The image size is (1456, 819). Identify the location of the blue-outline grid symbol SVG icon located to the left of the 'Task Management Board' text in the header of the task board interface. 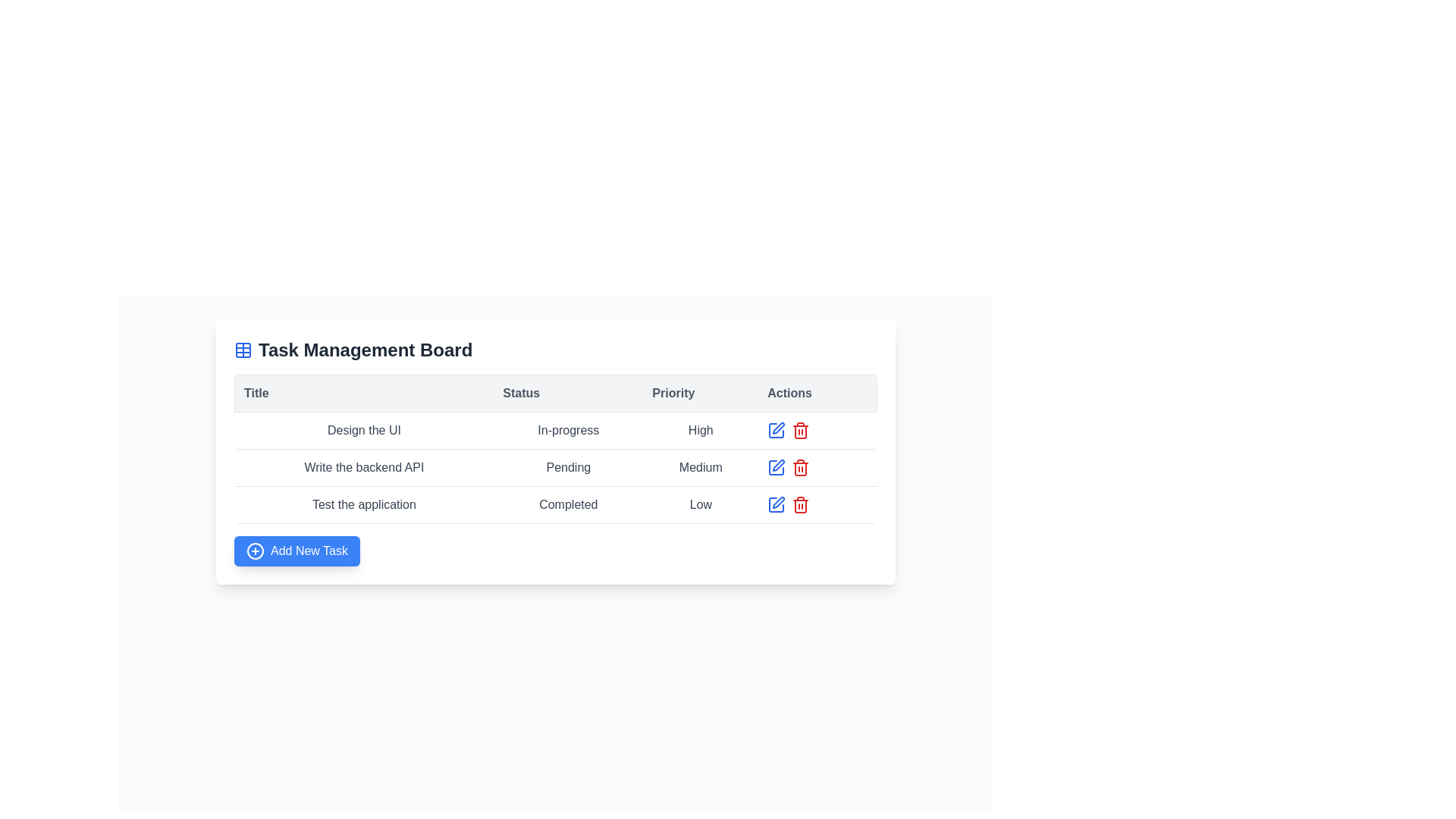
(243, 350).